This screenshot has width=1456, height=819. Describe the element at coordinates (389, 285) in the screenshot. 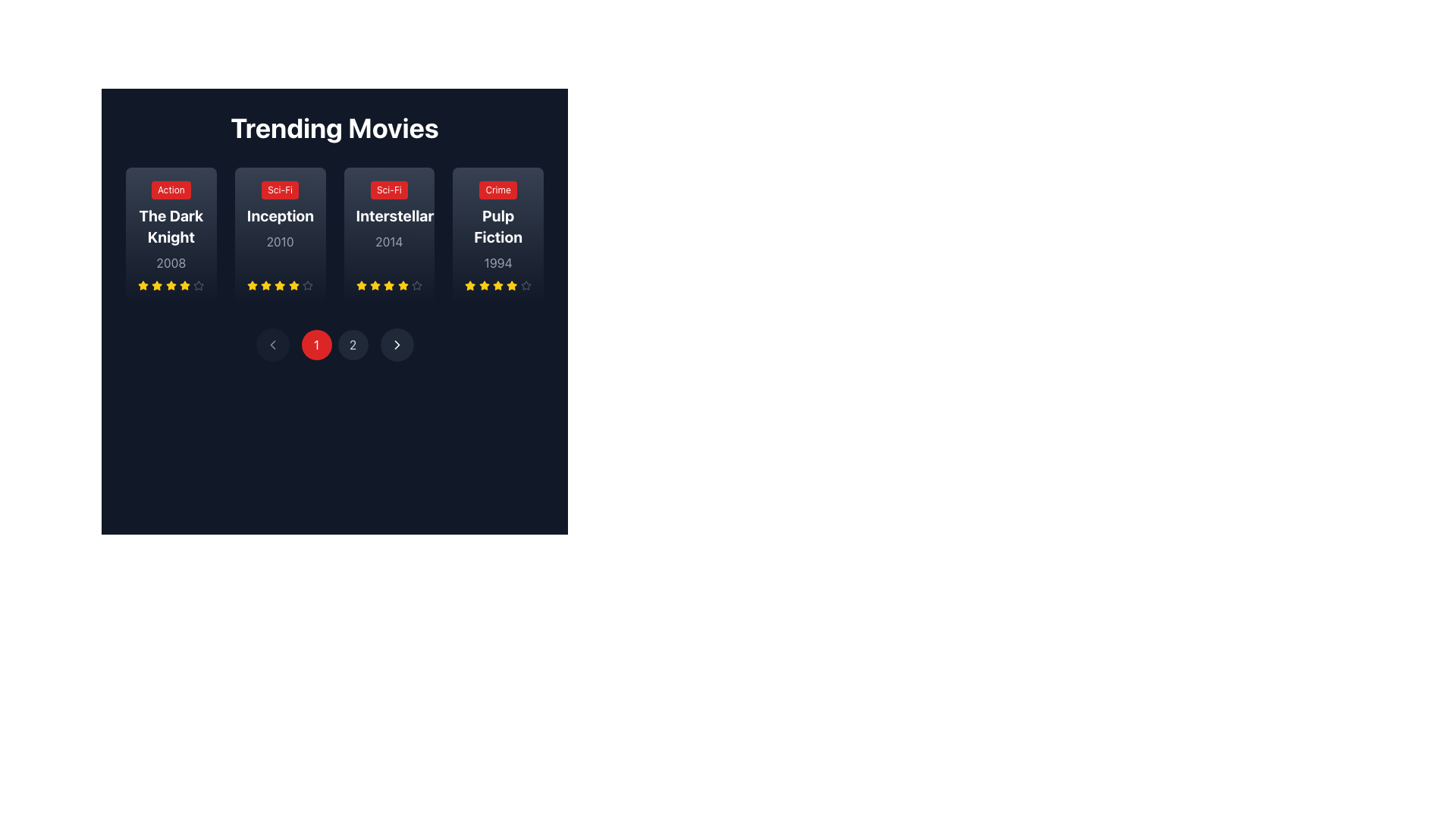

I see `the third star icon in the rating component for the movie 'Interstellar' on the 'Trending Movies' page` at that location.